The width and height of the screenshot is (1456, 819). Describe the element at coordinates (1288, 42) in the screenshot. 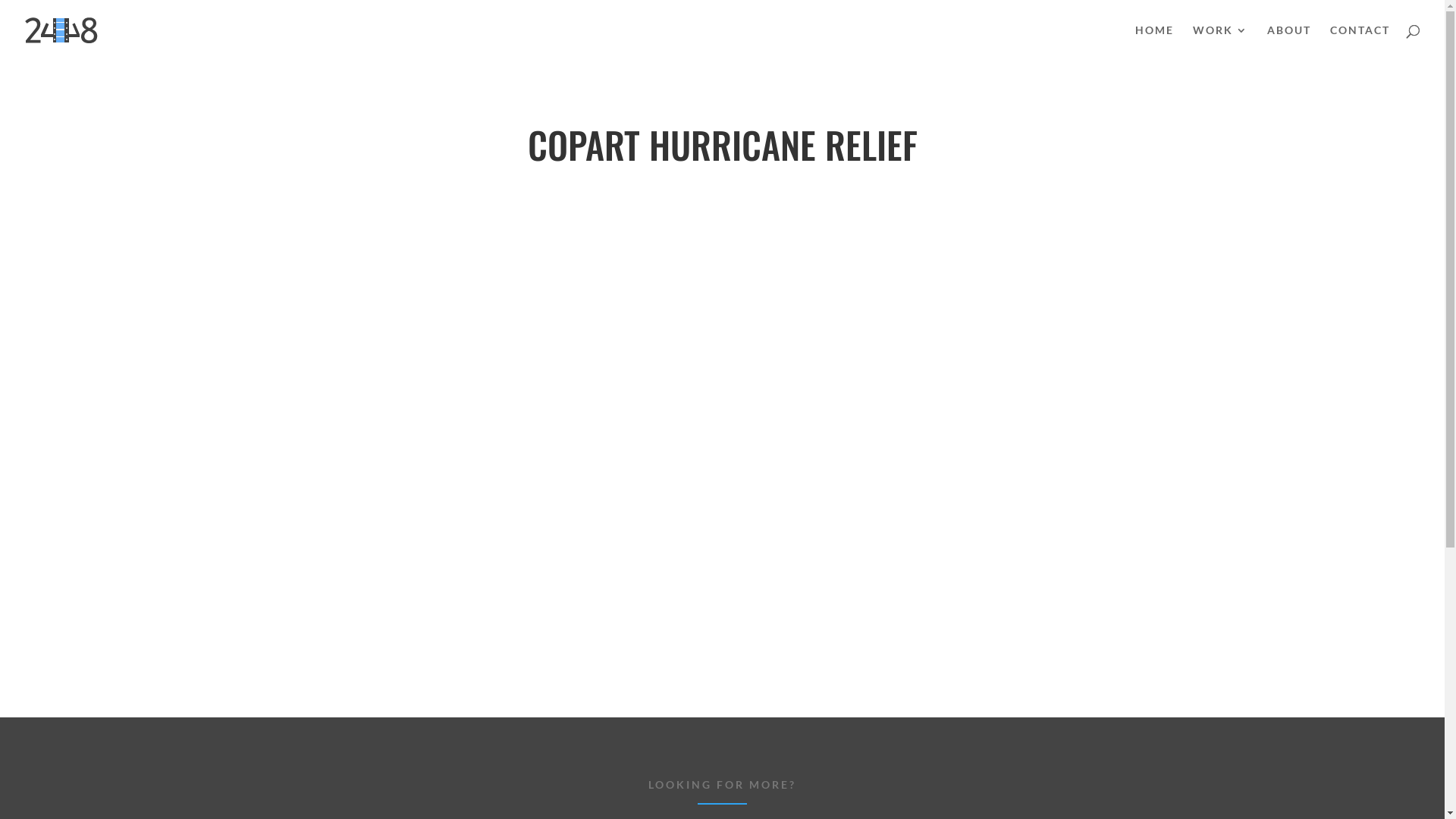

I see `'ABOUT'` at that location.